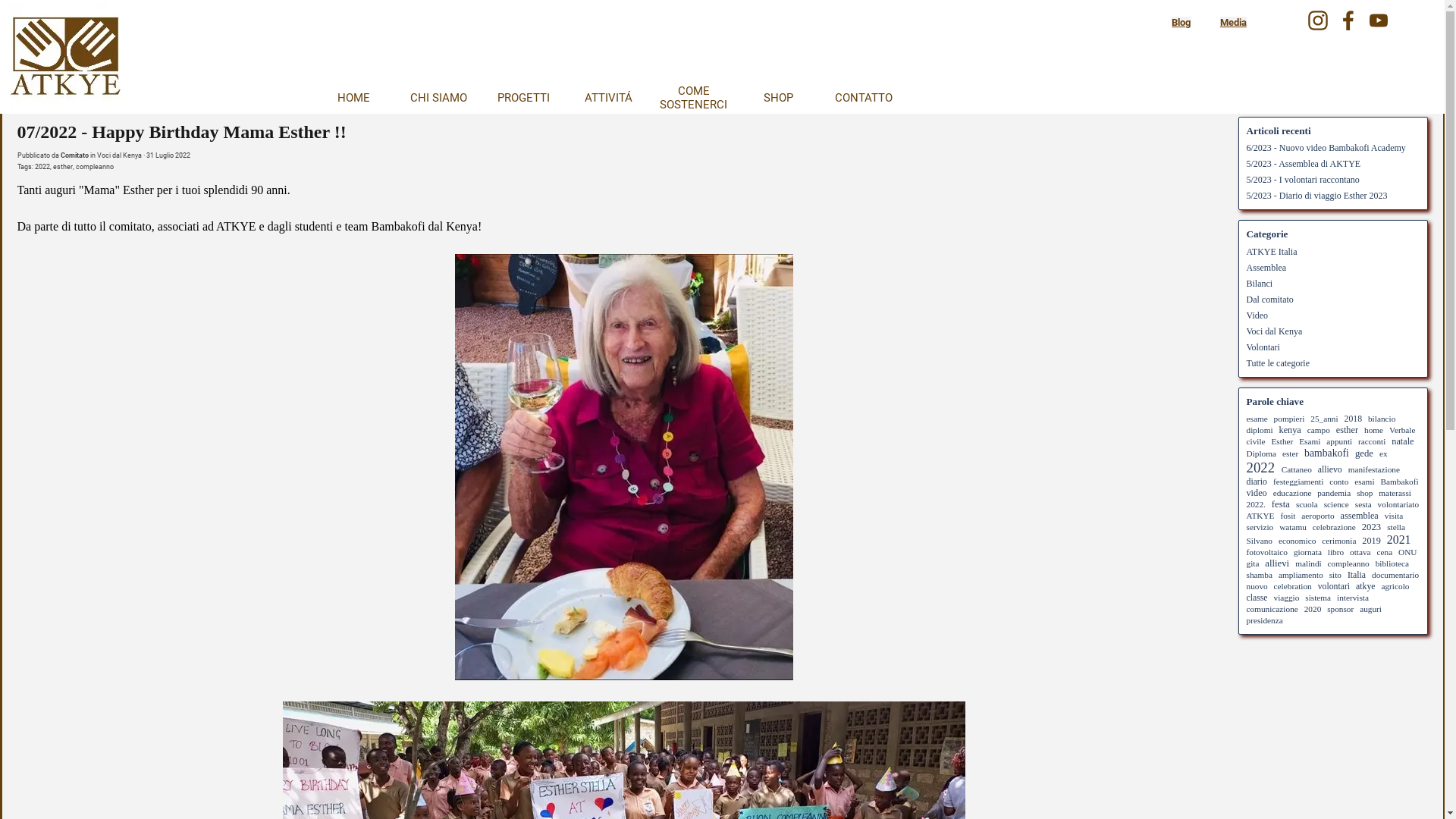 The height and width of the screenshot is (819, 1456). Describe the element at coordinates (1328, 482) in the screenshot. I see `'conto'` at that location.